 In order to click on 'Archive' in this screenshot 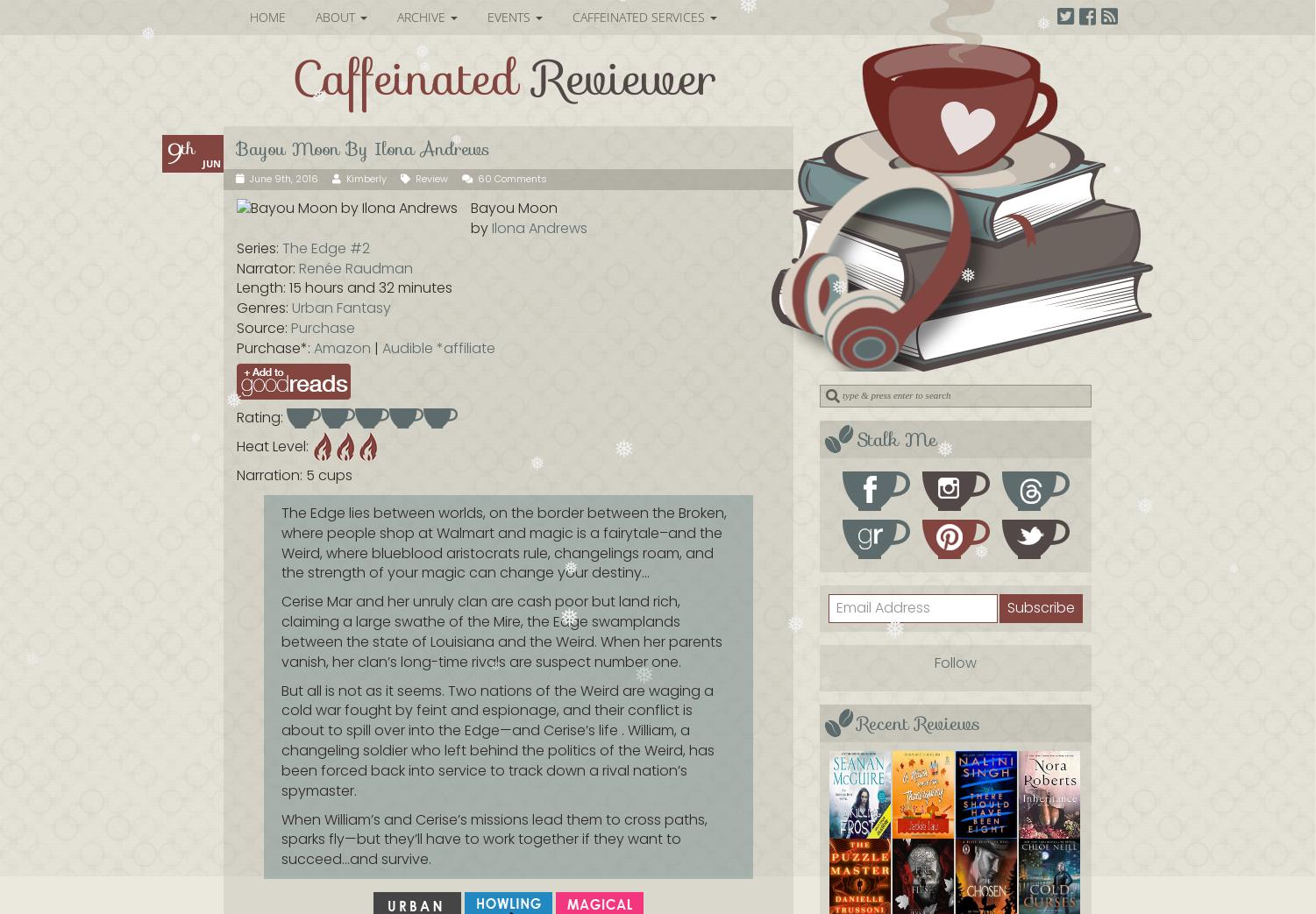, I will do `click(422, 16)`.